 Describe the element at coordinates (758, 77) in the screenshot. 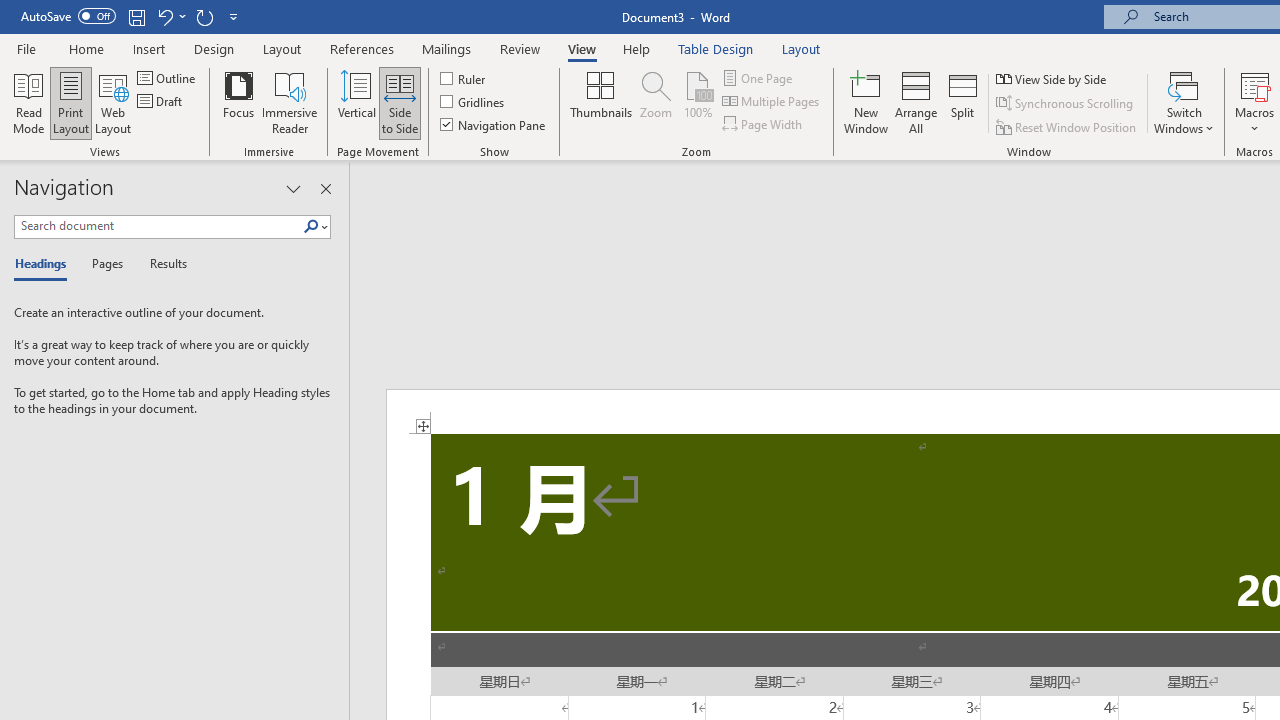

I see `'One Page'` at that location.